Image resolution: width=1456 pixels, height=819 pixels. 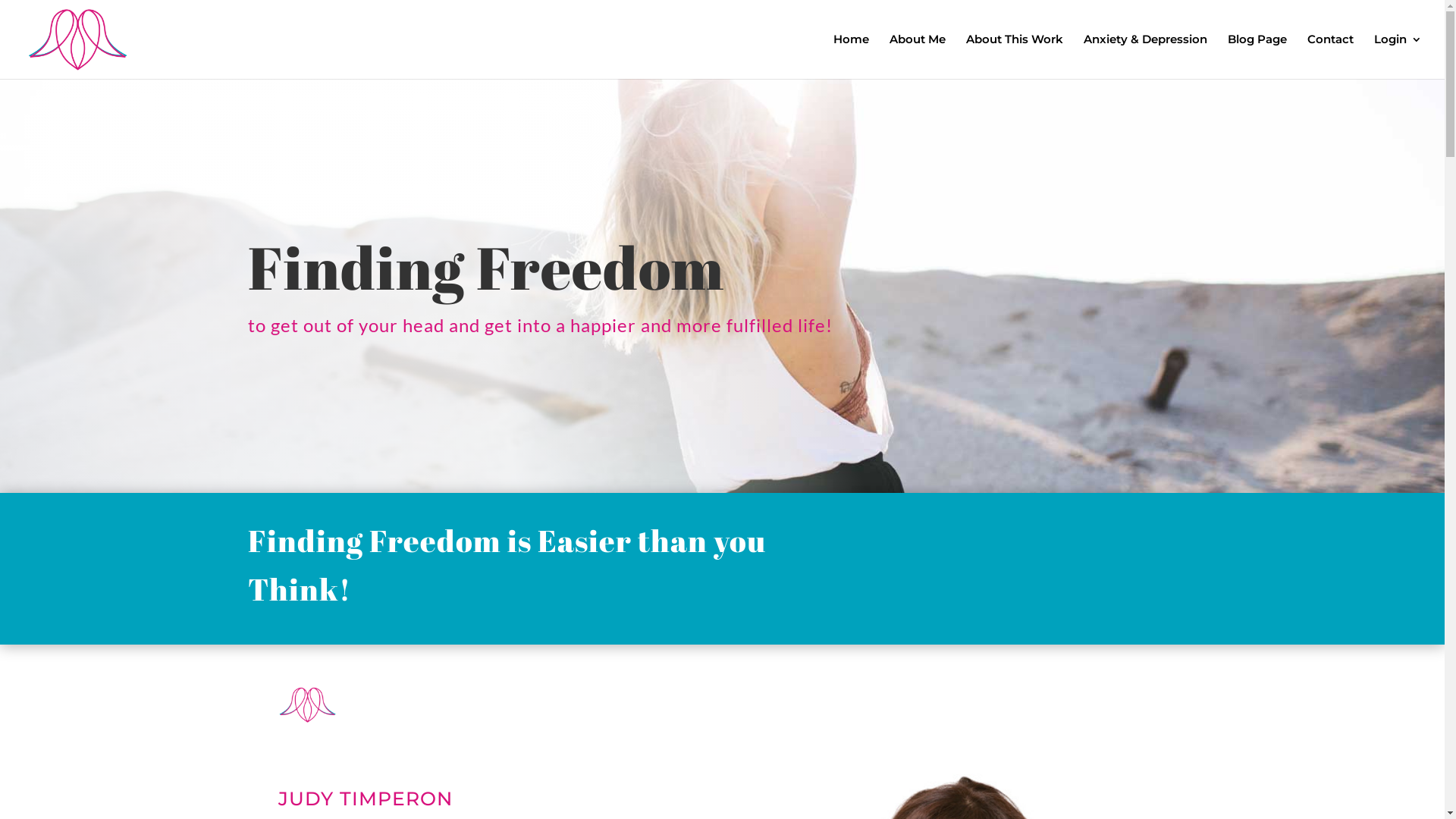 I want to click on 'Blog Page', so click(x=1227, y=55).